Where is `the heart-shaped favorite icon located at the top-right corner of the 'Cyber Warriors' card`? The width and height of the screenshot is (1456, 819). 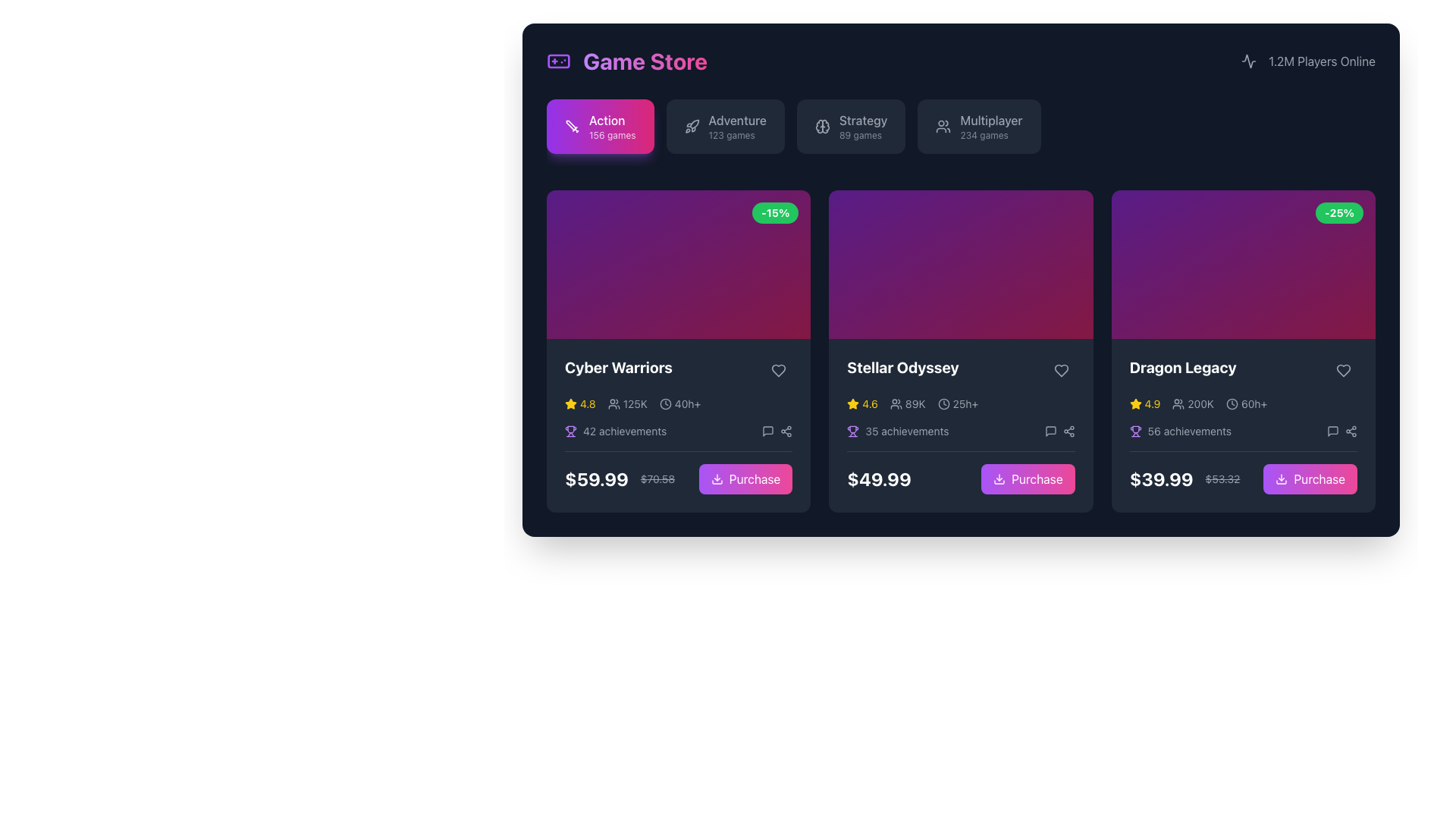
the heart-shaped favorite icon located at the top-right corner of the 'Cyber Warriors' card is located at coordinates (779, 370).